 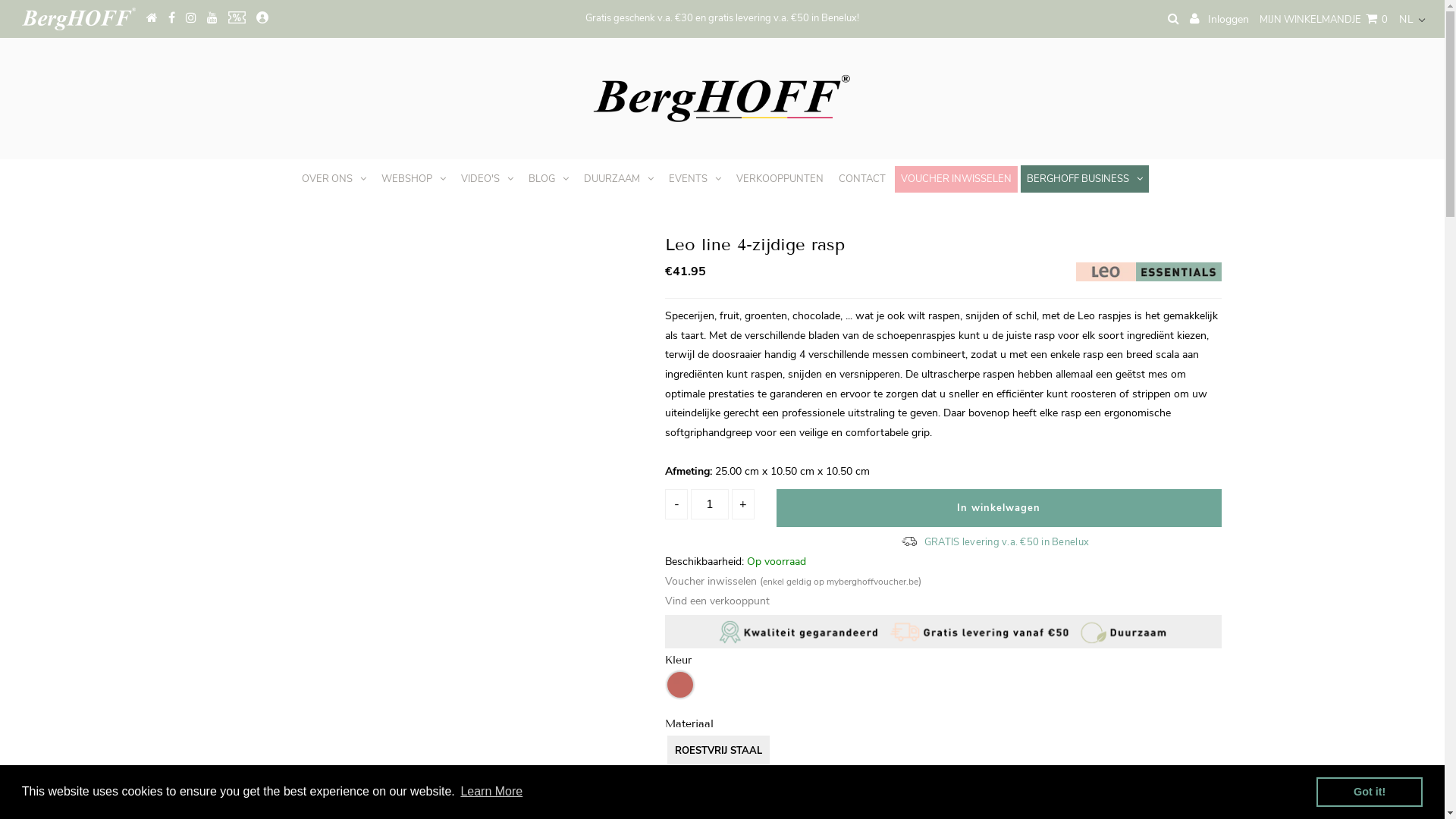 I want to click on 'BERGHOFF BUSINESS', so click(x=1020, y=177).